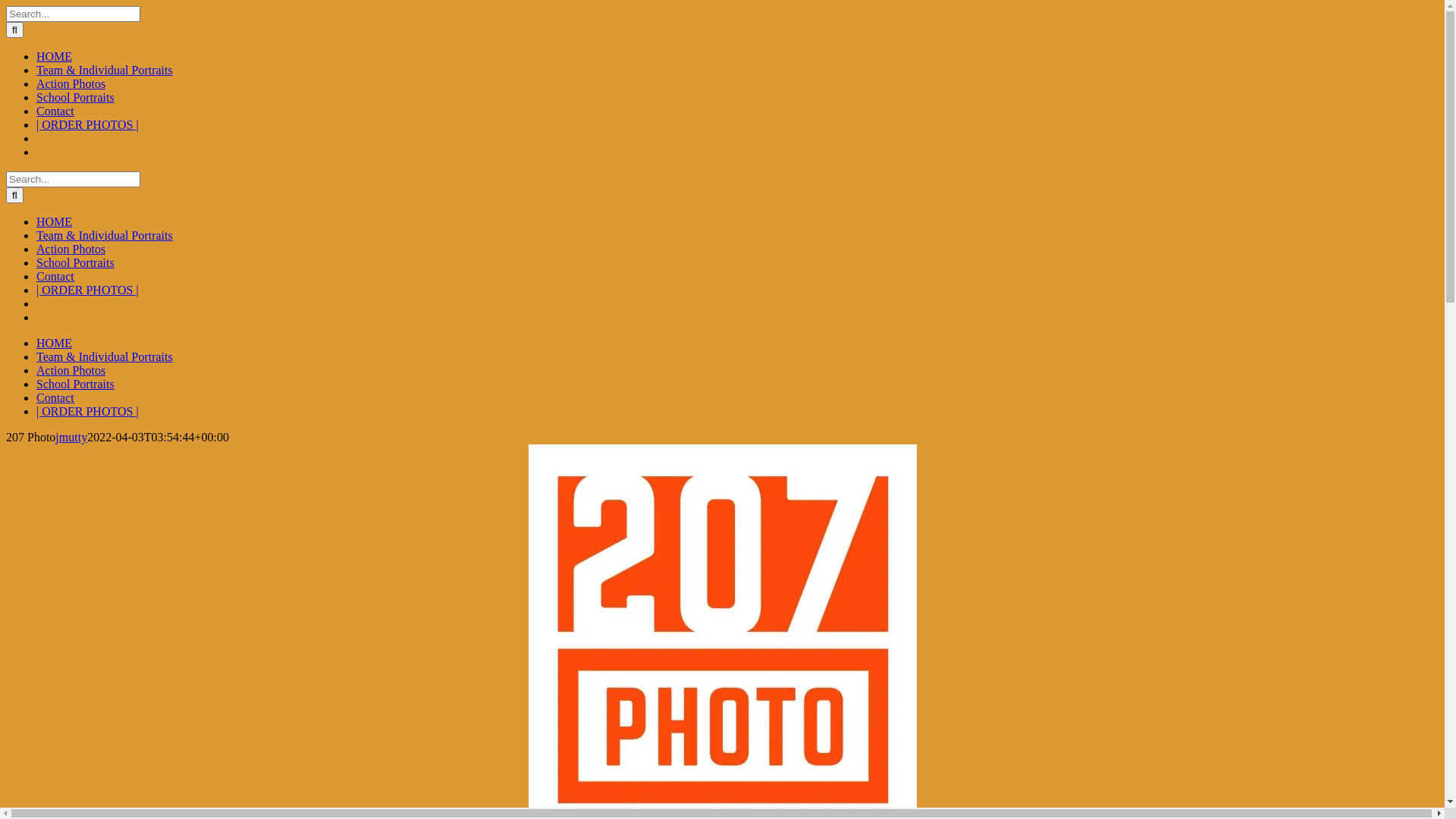 The width and height of the screenshot is (1456, 819). What do you see at coordinates (104, 235) in the screenshot?
I see `'Team & Individual Portraits'` at bounding box center [104, 235].